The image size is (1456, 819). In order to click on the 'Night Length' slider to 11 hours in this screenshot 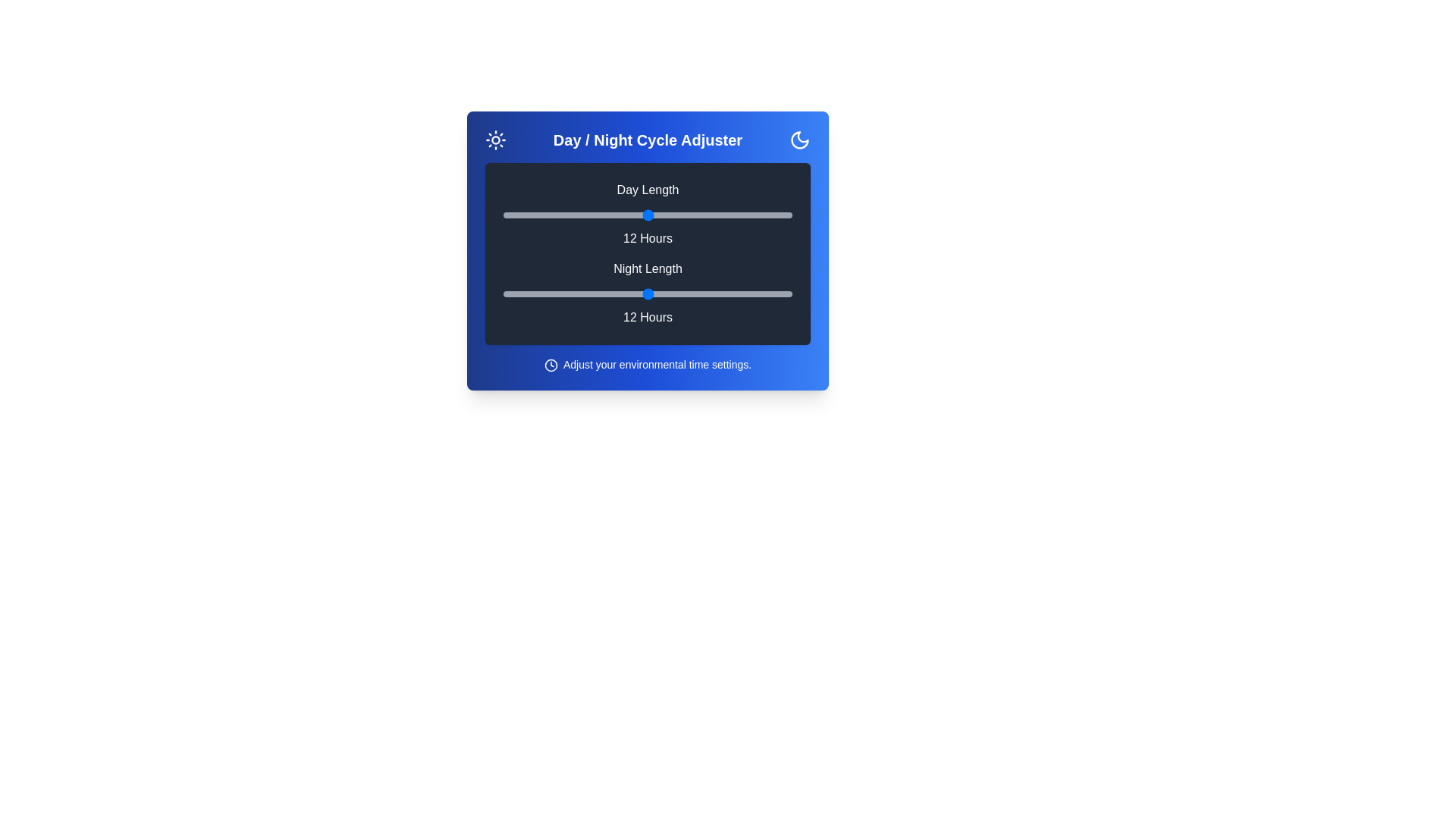, I will do `click(623, 294)`.